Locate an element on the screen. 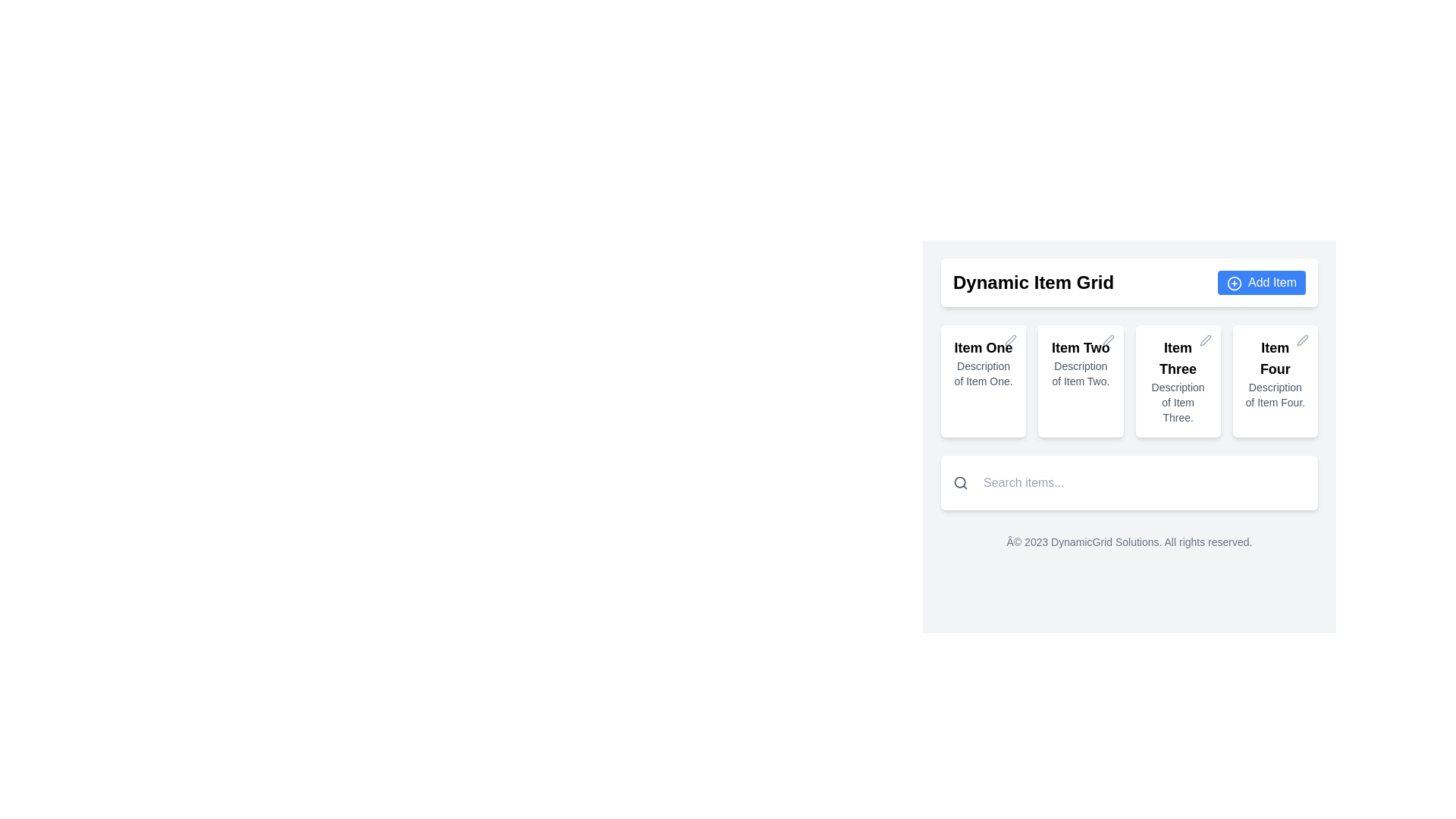 The height and width of the screenshot is (819, 1456). the edit icon button located at the top-right corner of the 'Item Three' card to initiate the editing interface is located at coordinates (1204, 339).